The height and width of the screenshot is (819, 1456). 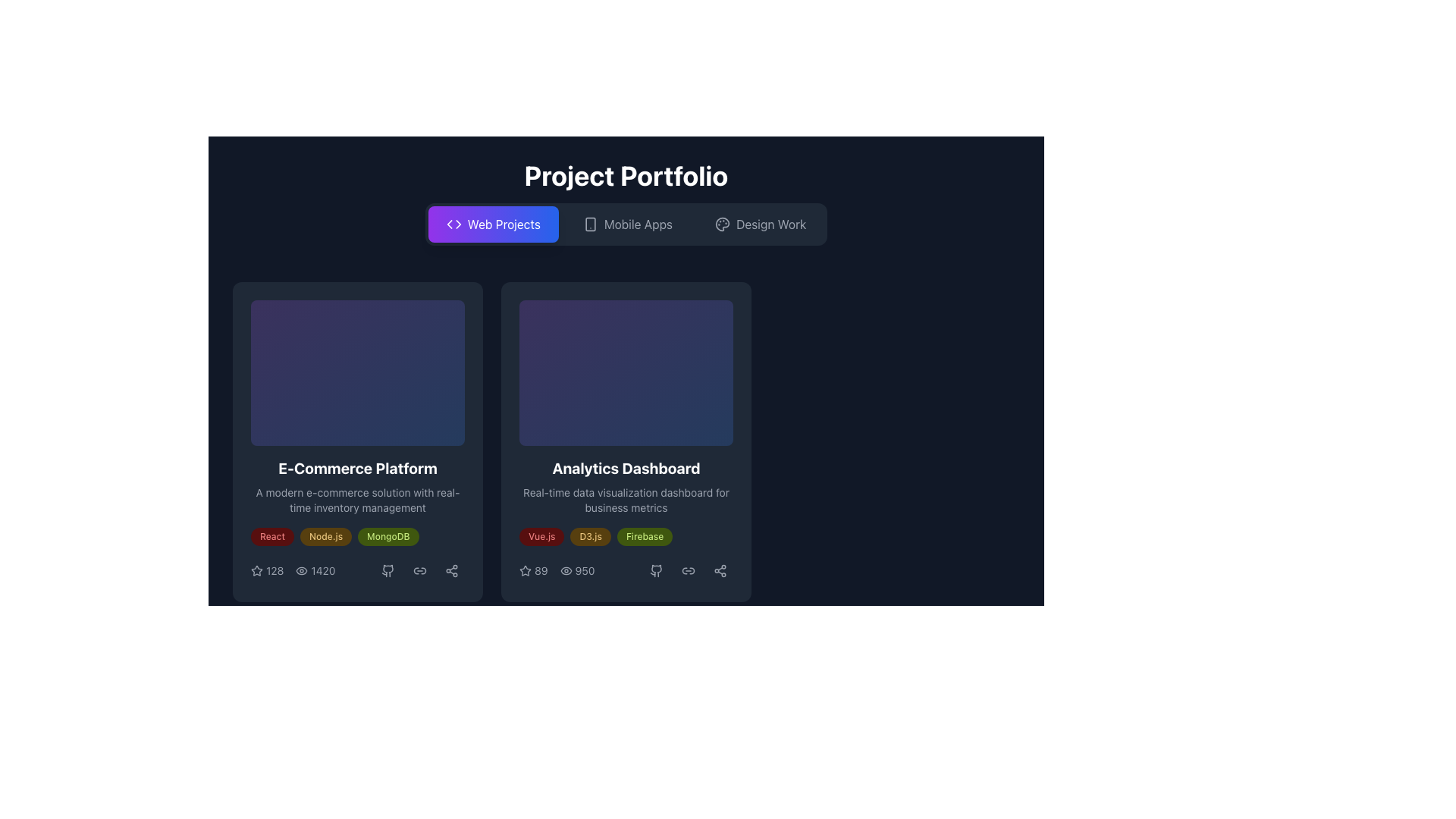 What do you see at coordinates (645, 536) in the screenshot?
I see `the 'Firebase' tag in the 'Analytics Dashboard' project, which is the third label in a horizontal group of three labels located beneath the title and description` at bounding box center [645, 536].